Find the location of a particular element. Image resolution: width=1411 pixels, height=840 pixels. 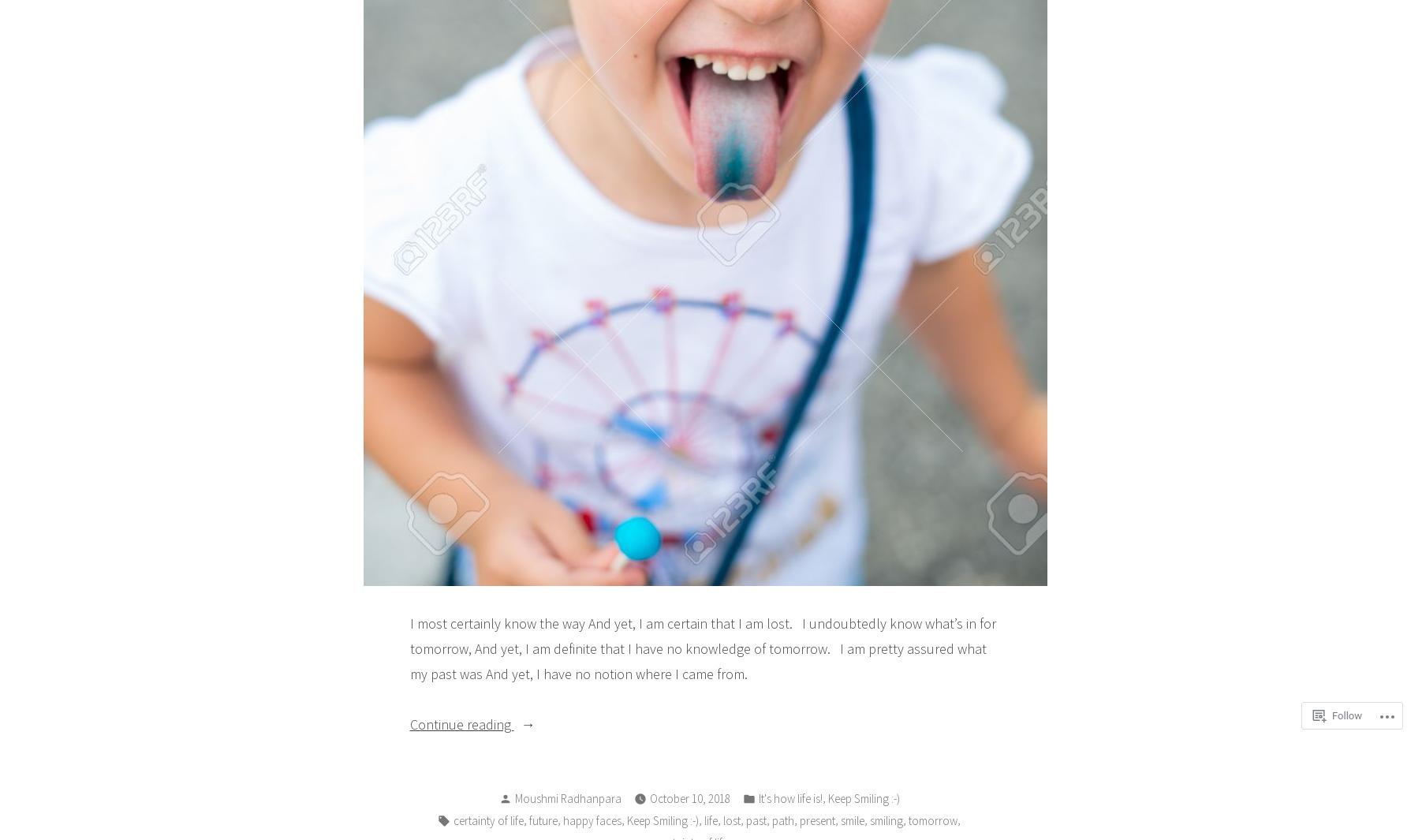

'tomorrow' is located at coordinates (932, 819).